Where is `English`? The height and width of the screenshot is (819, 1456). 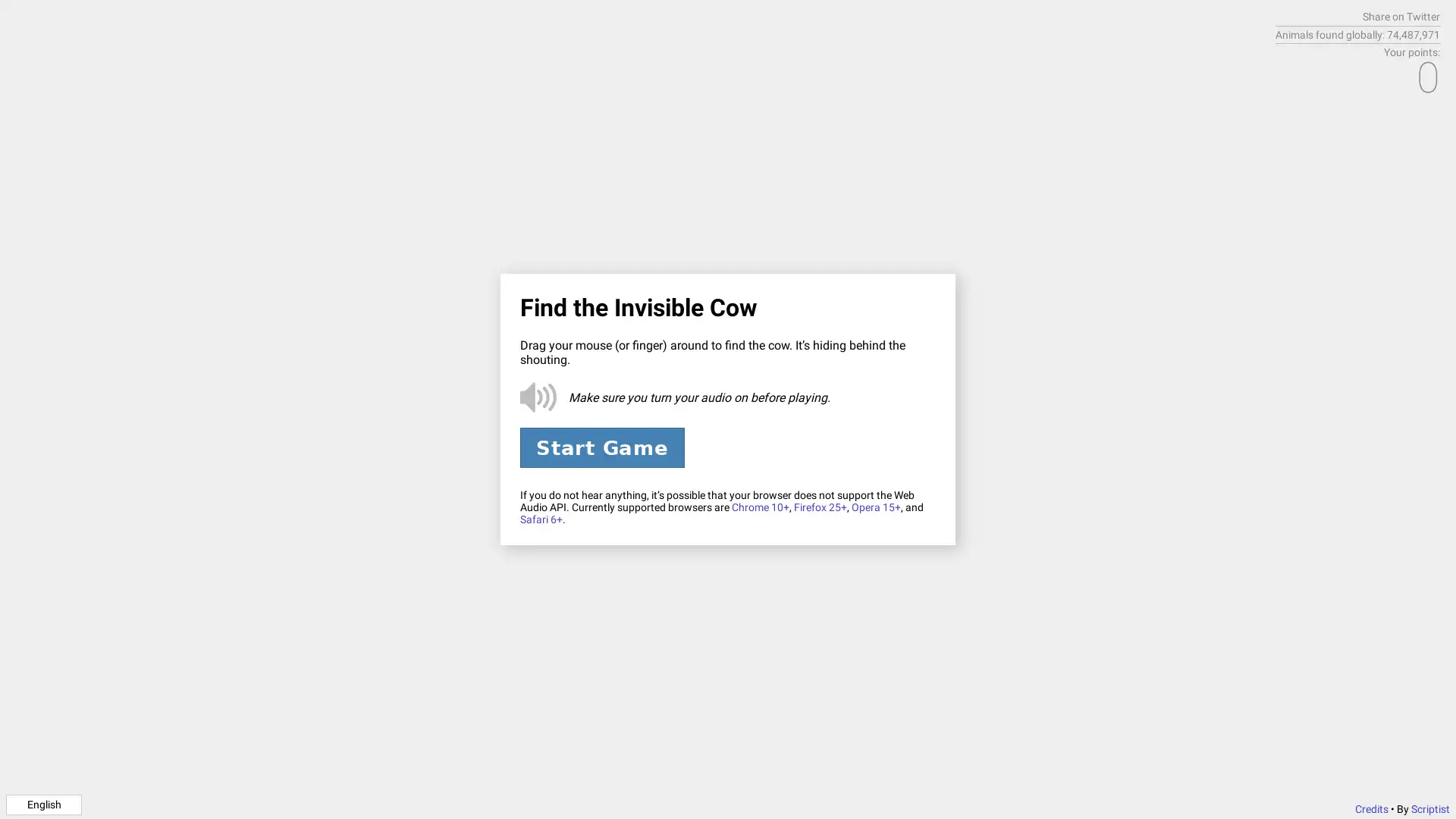
English is located at coordinates (43, 803).